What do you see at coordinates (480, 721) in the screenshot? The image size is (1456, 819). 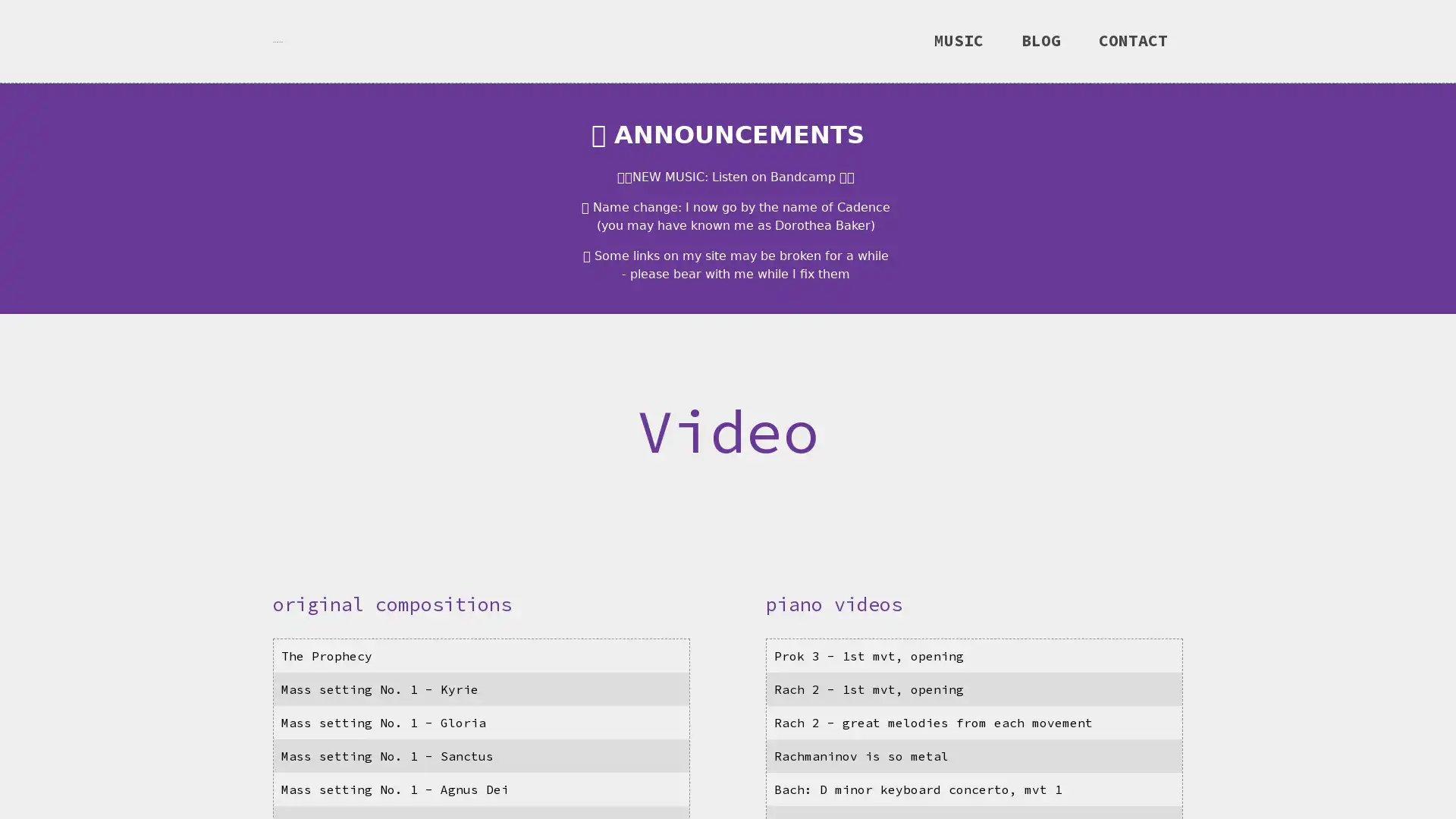 I see `video: Mass setting No. 1 - Gloria` at bounding box center [480, 721].